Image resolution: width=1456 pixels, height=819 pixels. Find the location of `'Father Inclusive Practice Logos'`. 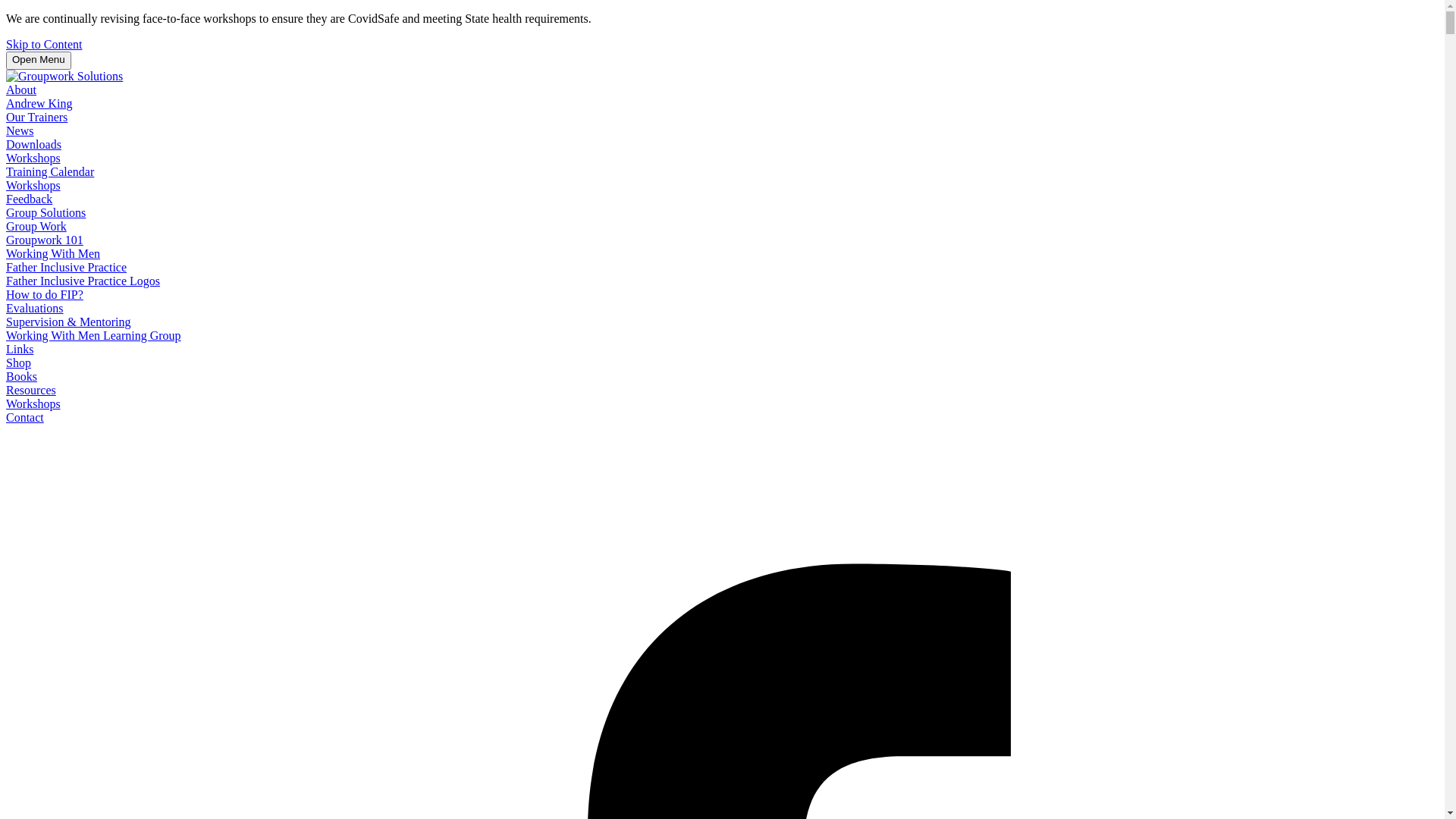

'Father Inclusive Practice Logos' is located at coordinates (82, 281).